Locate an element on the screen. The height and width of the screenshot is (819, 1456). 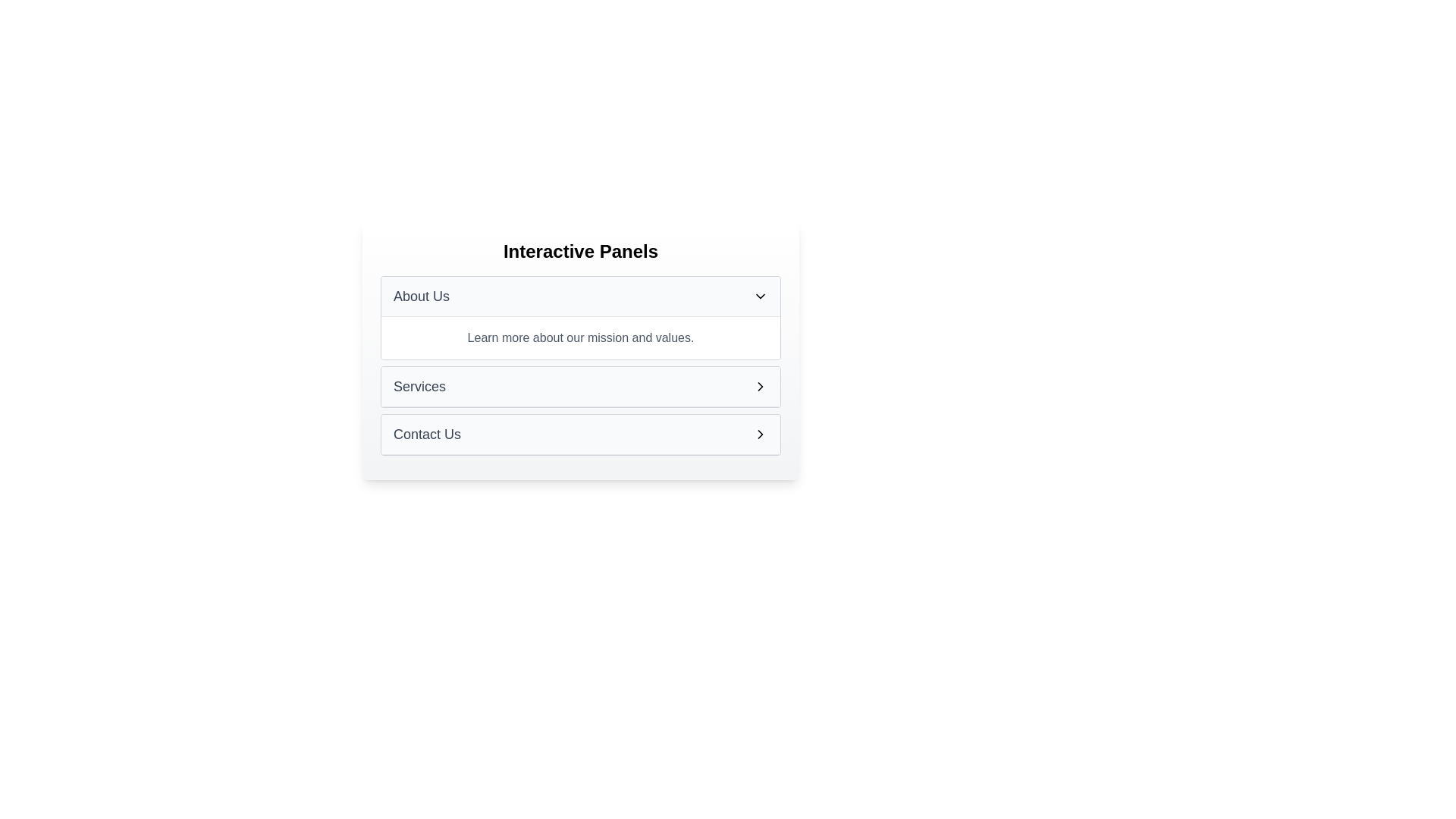
the chevron icon indicating rightward navigation located on the far-right side of the 'Contact Us' navigation option is located at coordinates (761, 435).